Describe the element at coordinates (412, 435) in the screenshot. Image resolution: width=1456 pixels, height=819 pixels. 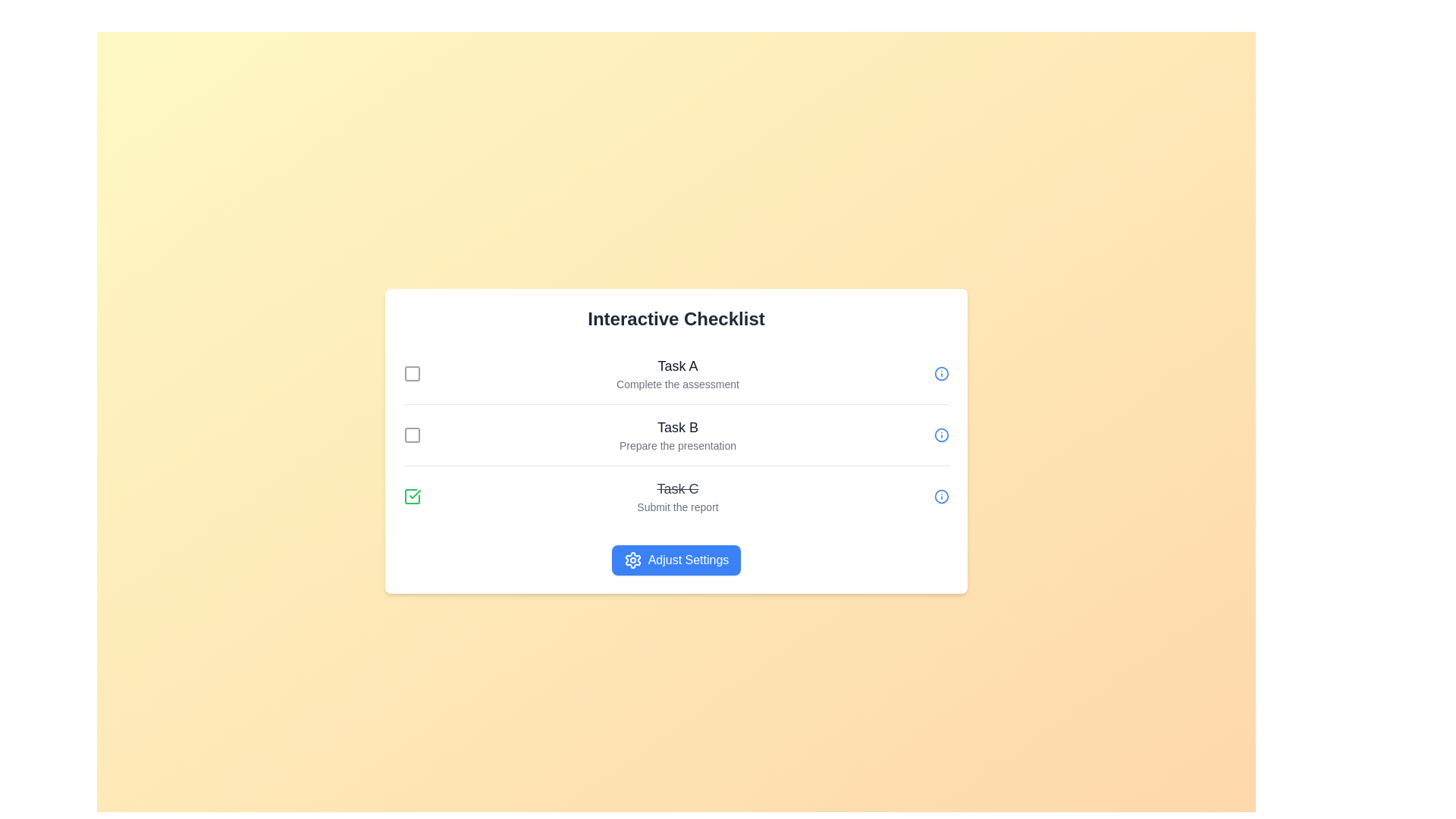
I see `the checkbox corresponding to Task B` at that location.